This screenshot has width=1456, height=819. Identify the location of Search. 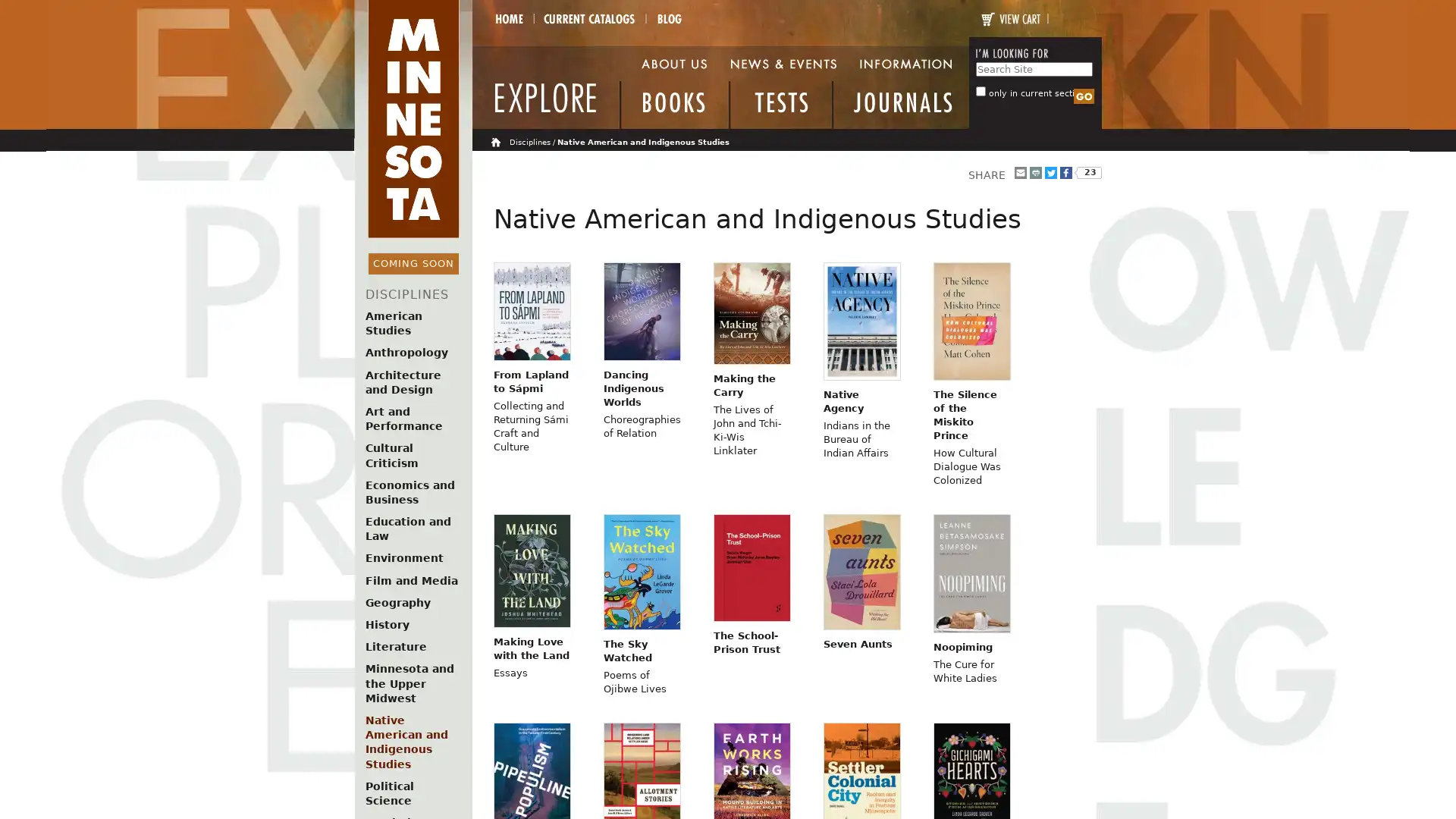
(1083, 96).